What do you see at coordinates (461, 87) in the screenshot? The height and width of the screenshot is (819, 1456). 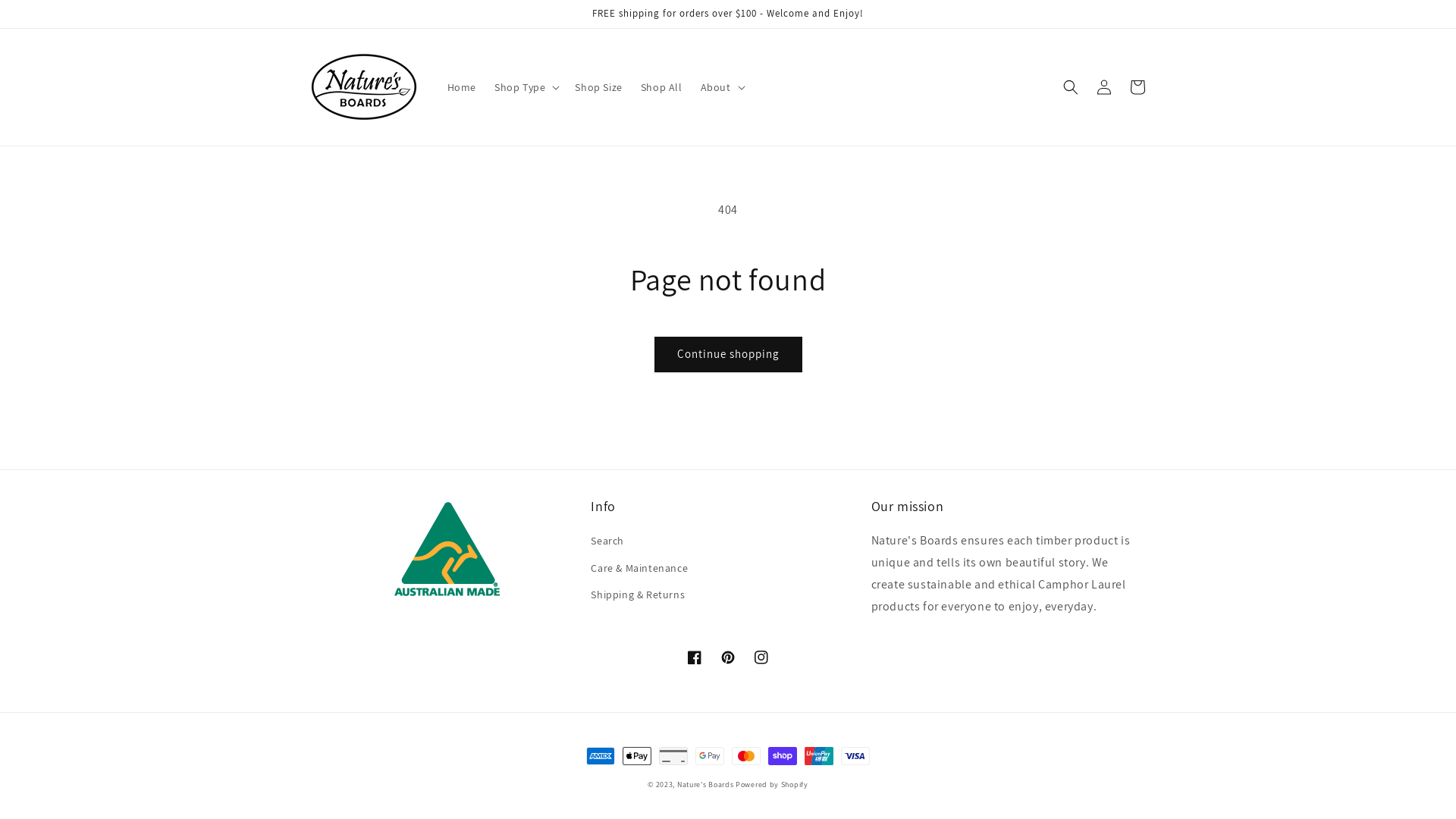 I see `'Home'` at bounding box center [461, 87].